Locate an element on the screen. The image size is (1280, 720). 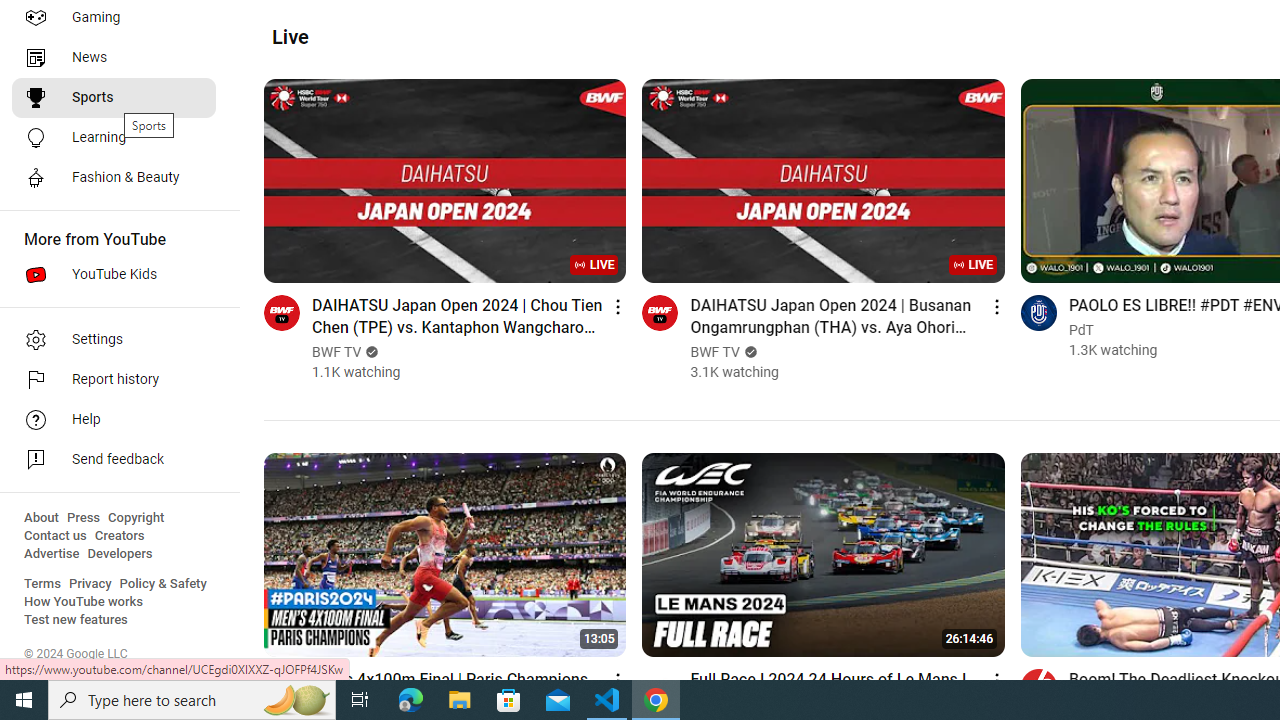
'How YouTube works' is located at coordinates (82, 601).